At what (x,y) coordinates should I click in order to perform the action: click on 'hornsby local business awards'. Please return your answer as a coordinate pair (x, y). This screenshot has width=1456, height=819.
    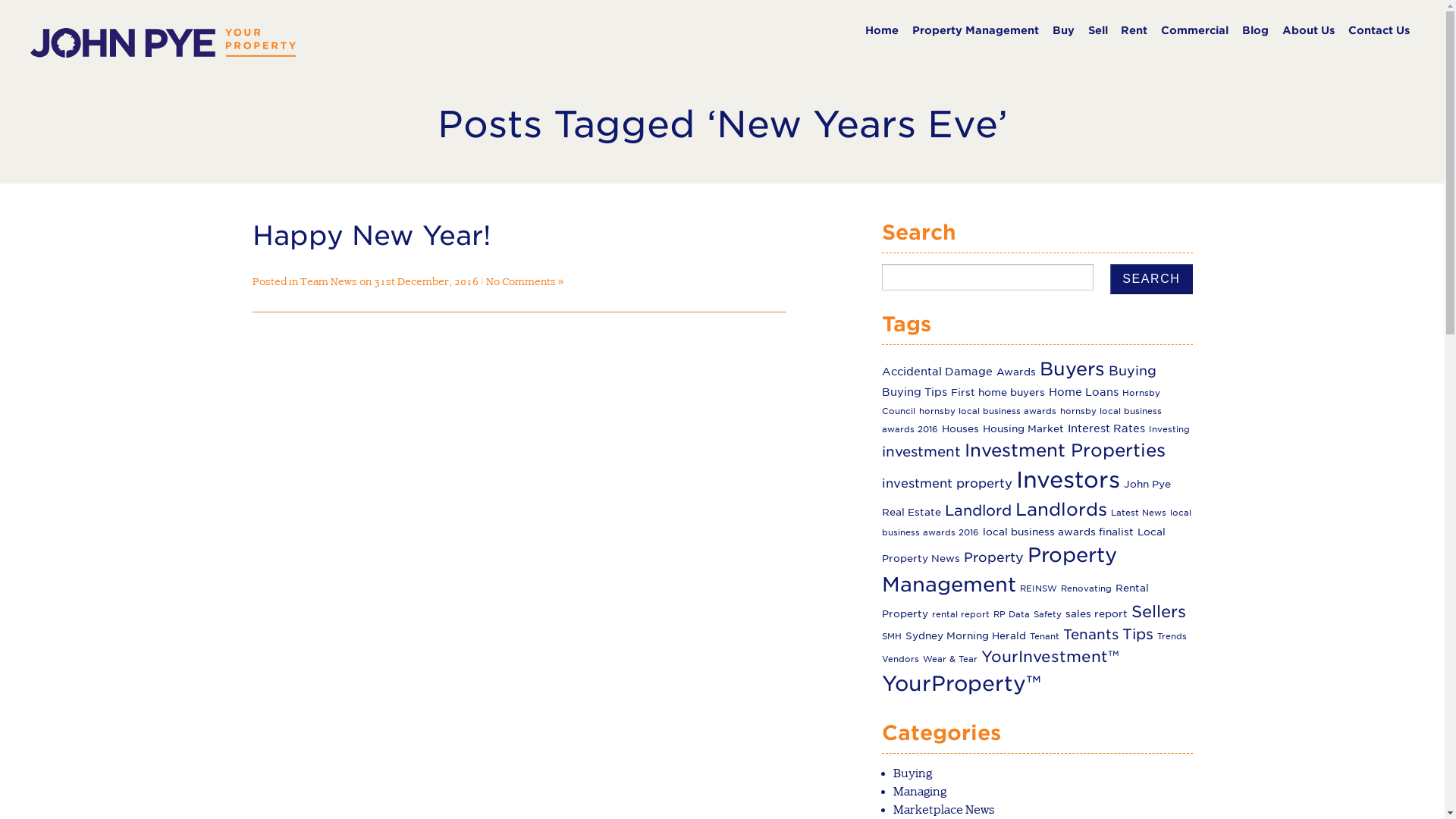
    Looking at the image, I should click on (987, 411).